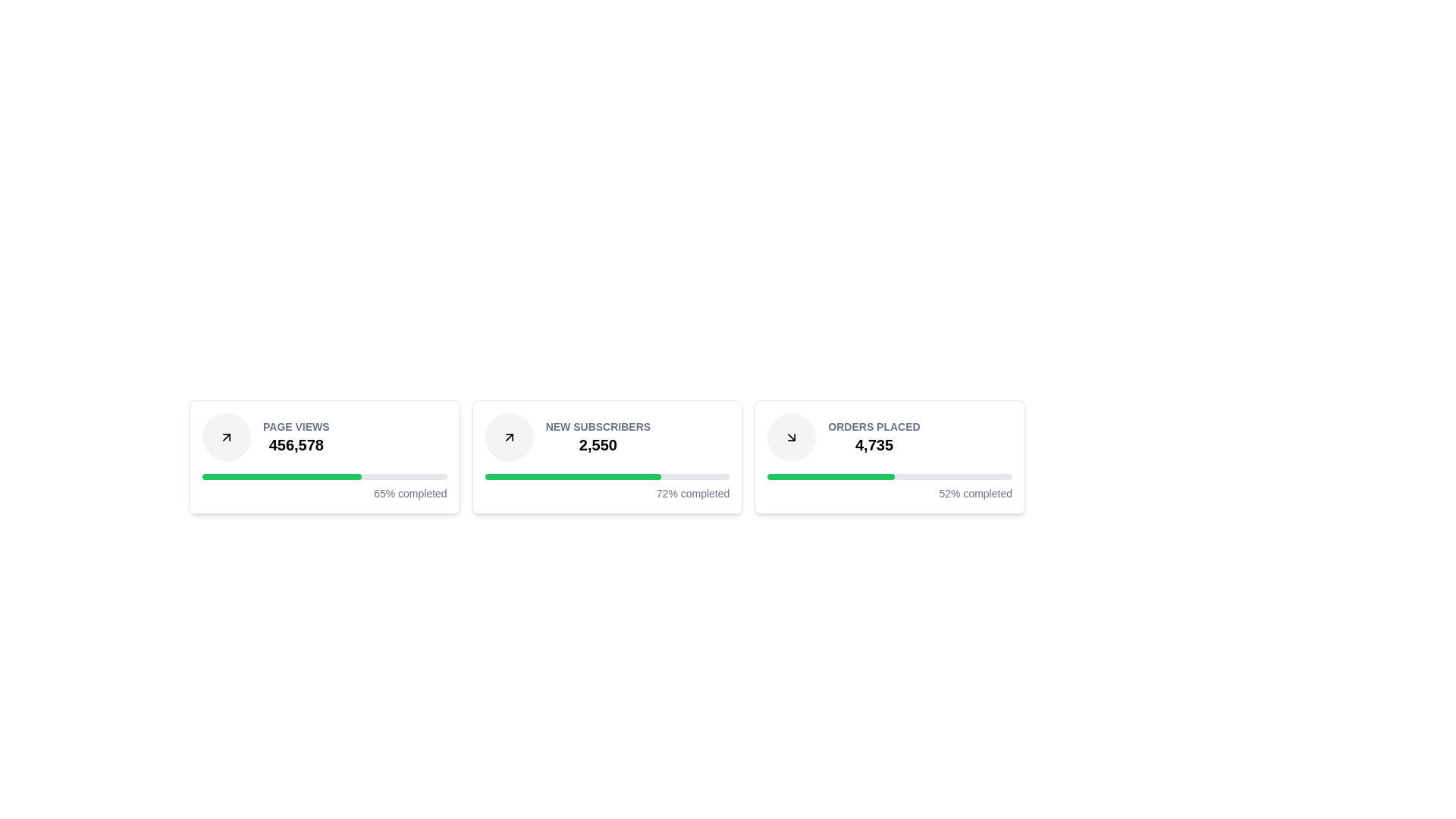 This screenshot has height=819, width=1456. What do you see at coordinates (874, 438) in the screenshot?
I see `the text display element showing 'ORDERS PLACED' and the numerical value '4,735', which is styled in bold fonts and positioned in the third summary card to the far right` at bounding box center [874, 438].